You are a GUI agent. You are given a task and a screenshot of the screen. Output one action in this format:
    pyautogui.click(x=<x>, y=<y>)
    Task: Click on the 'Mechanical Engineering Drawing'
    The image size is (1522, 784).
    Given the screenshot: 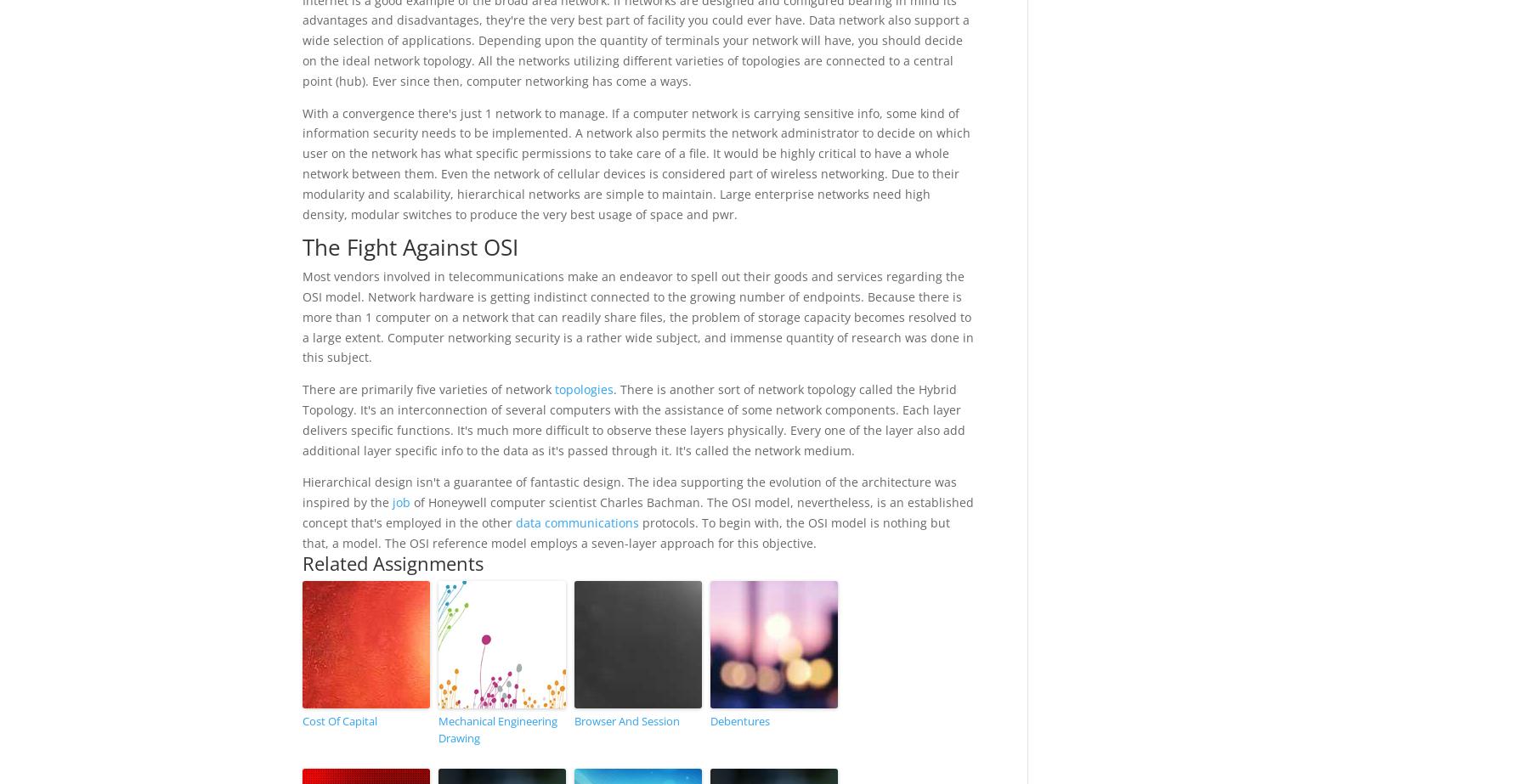 What is the action you would take?
    pyautogui.click(x=496, y=728)
    